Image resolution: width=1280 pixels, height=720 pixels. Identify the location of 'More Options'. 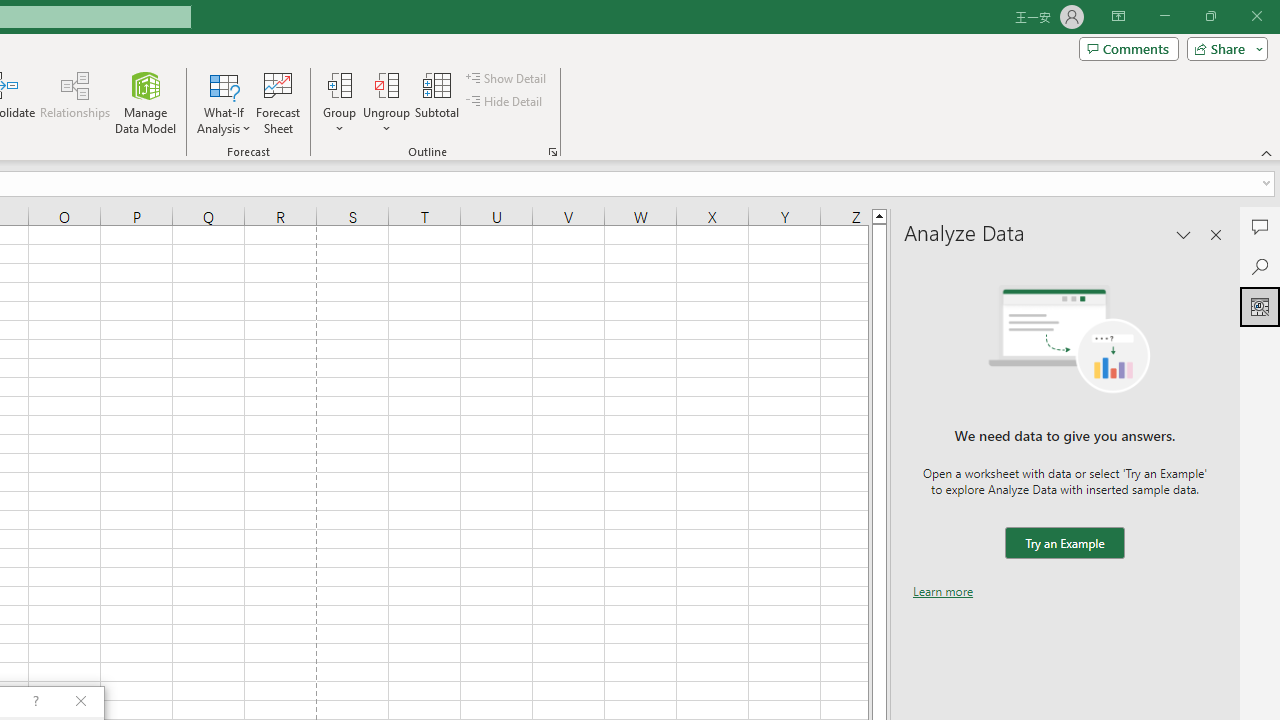
(387, 121).